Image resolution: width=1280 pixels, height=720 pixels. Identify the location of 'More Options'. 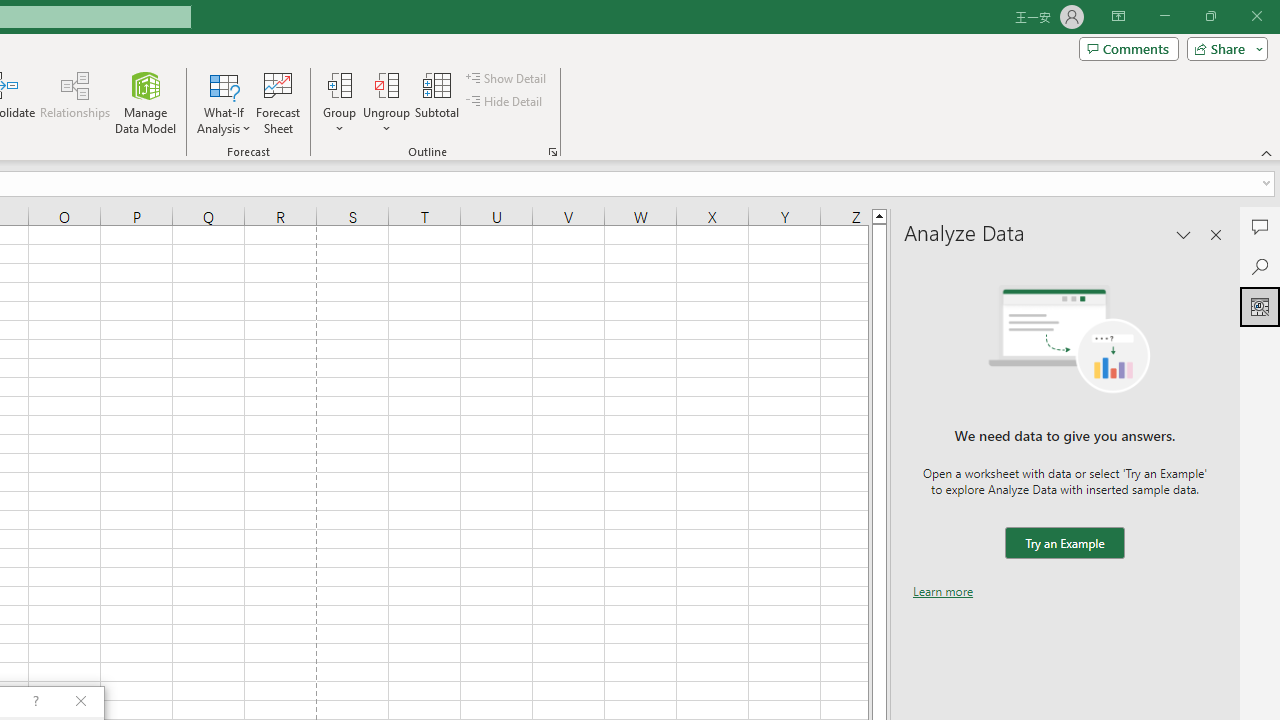
(387, 121).